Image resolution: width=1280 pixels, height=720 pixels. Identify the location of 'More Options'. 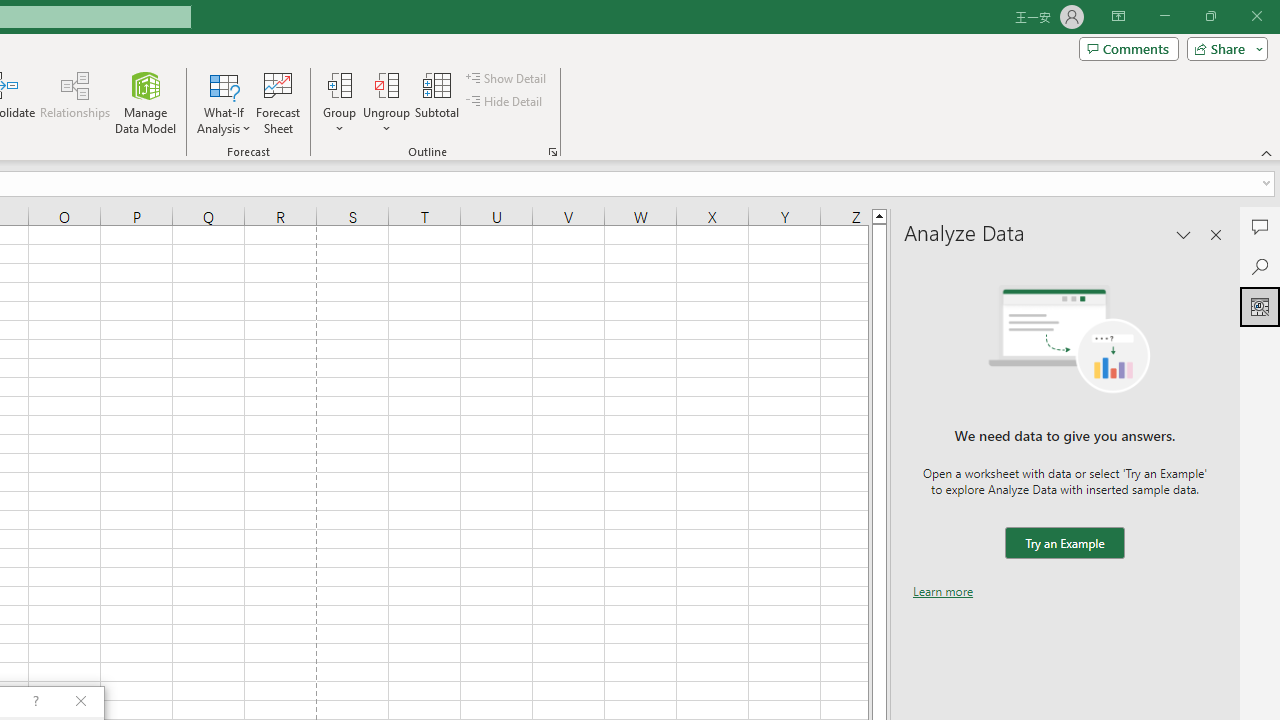
(387, 121).